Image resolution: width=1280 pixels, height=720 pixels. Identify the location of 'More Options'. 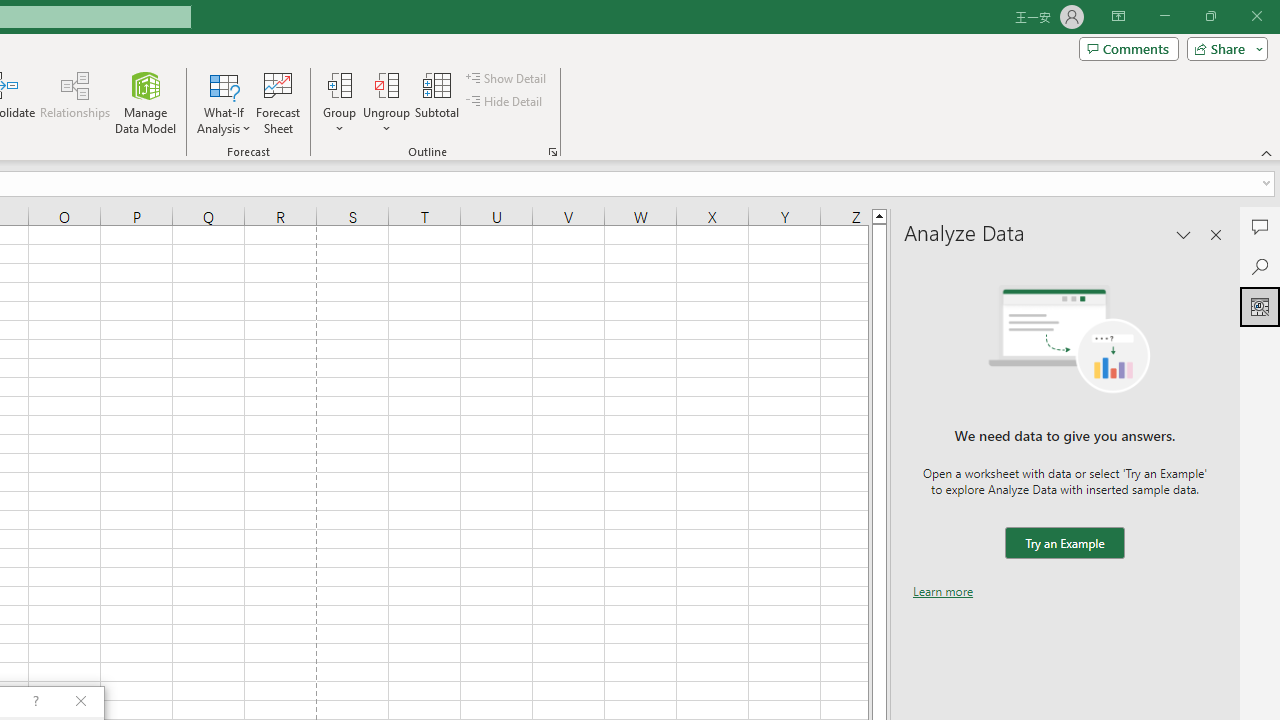
(387, 121).